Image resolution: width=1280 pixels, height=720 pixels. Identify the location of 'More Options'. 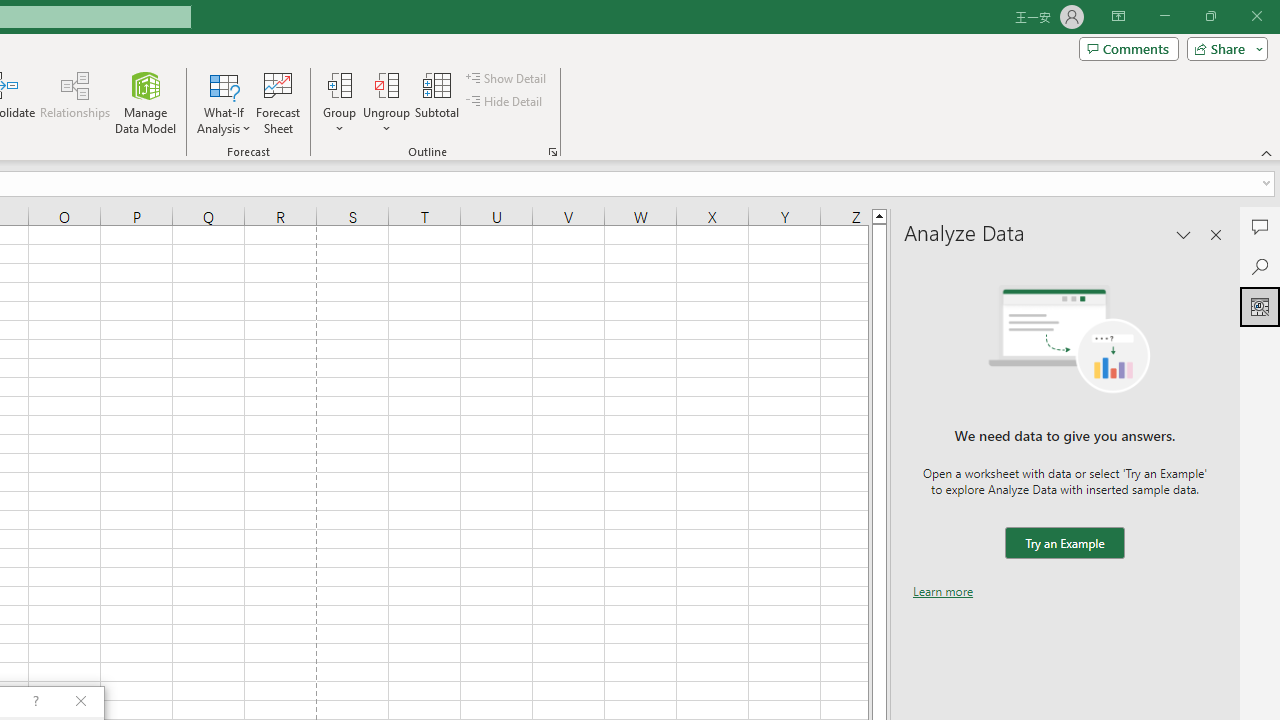
(387, 121).